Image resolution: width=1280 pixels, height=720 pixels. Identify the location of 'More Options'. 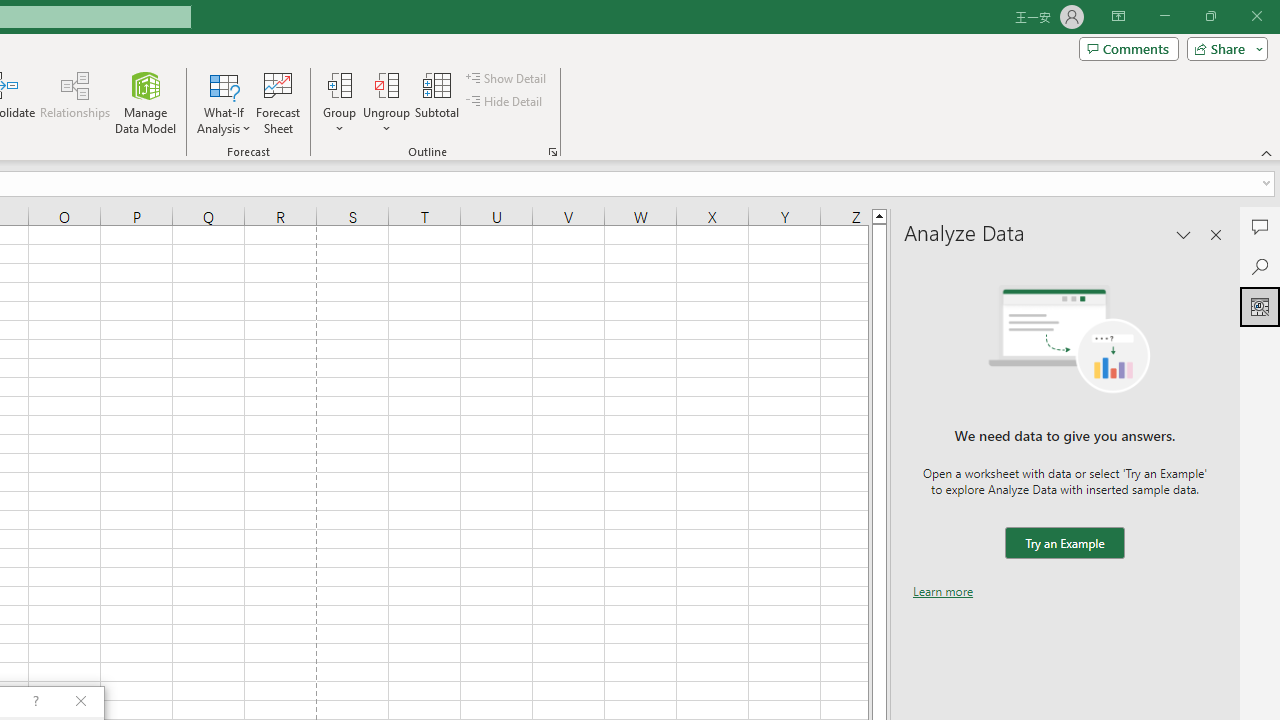
(387, 121).